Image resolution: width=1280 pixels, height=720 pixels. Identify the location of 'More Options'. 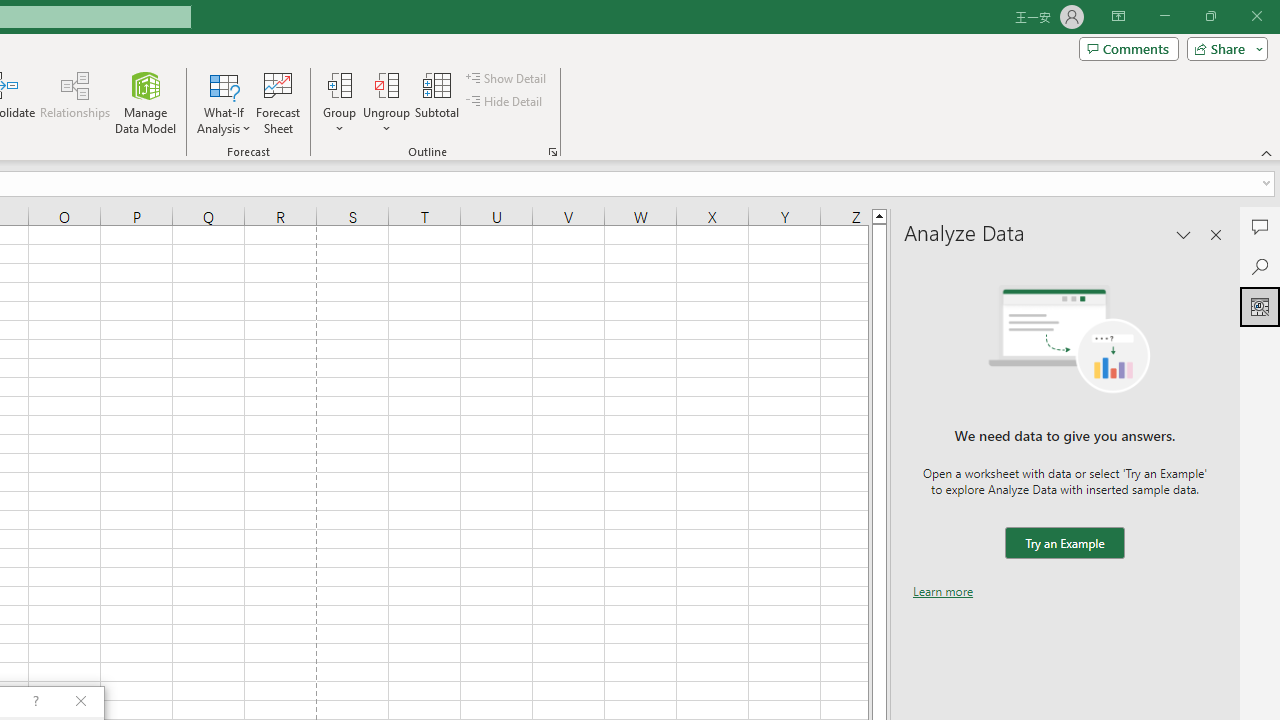
(387, 121).